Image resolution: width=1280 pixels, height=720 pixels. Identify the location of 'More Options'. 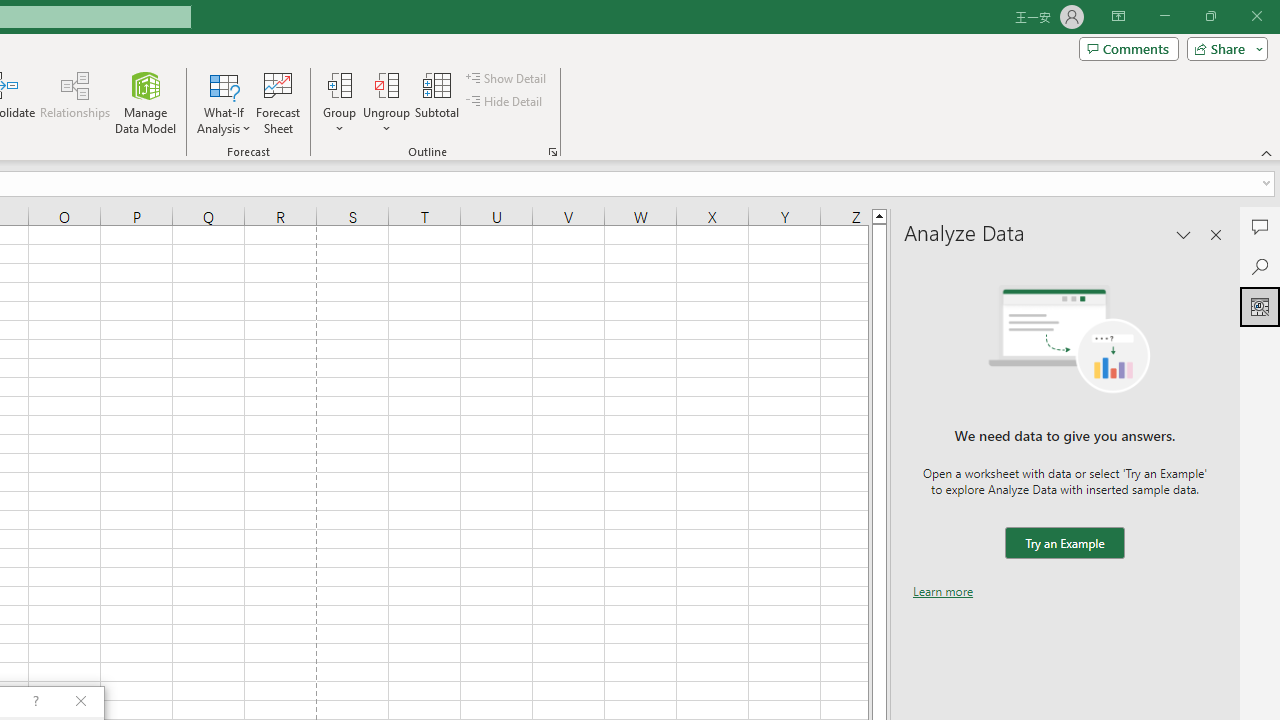
(387, 121).